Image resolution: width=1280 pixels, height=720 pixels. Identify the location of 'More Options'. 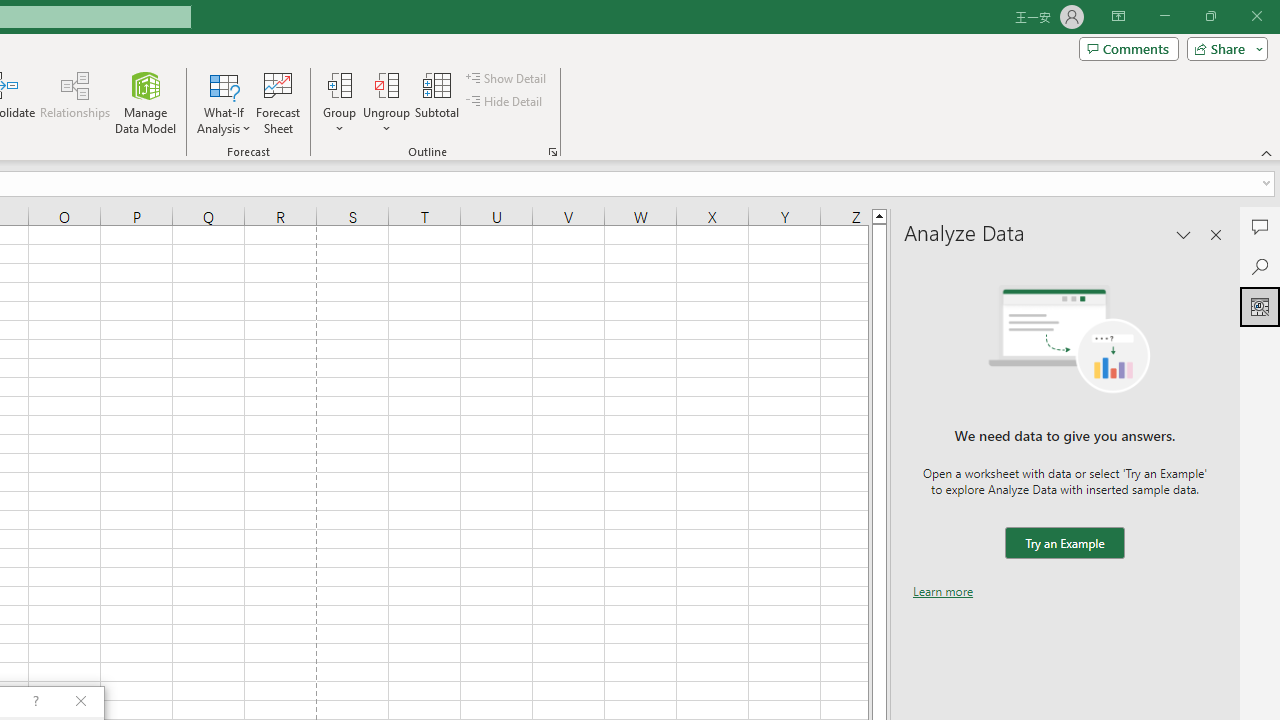
(387, 121).